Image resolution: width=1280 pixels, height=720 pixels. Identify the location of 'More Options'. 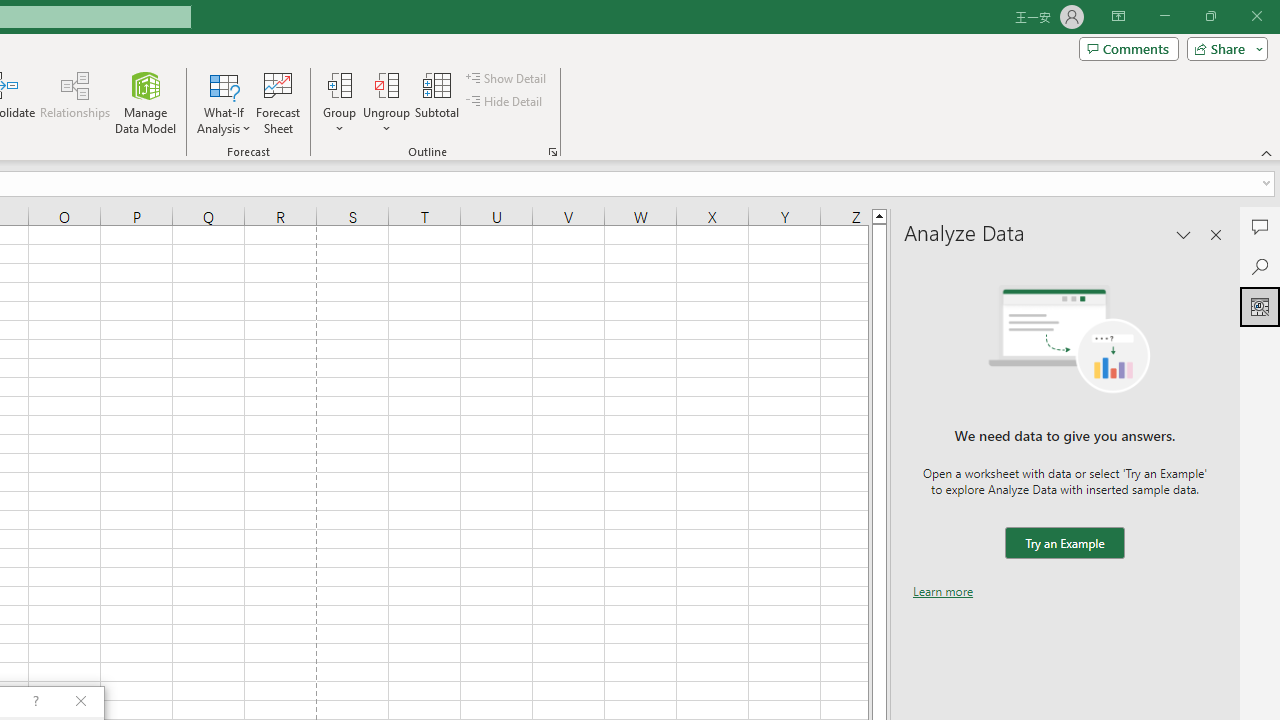
(387, 121).